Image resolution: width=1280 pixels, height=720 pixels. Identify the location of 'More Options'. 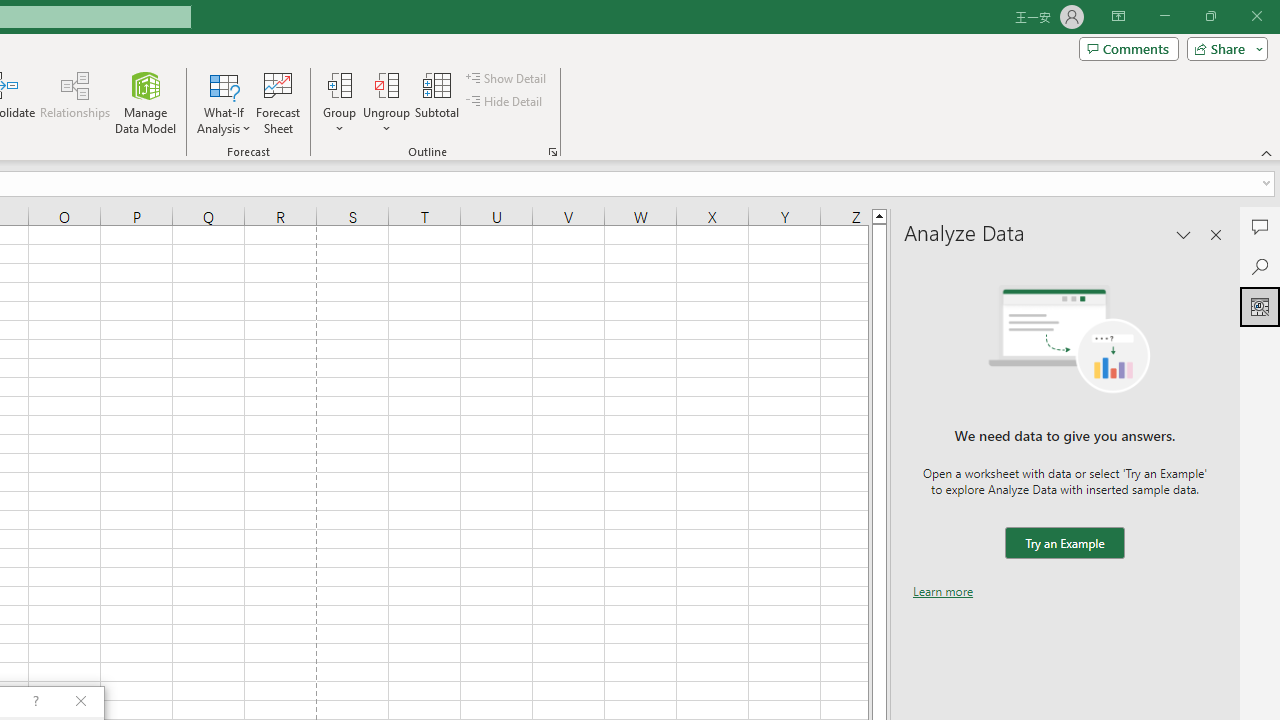
(387, 121).